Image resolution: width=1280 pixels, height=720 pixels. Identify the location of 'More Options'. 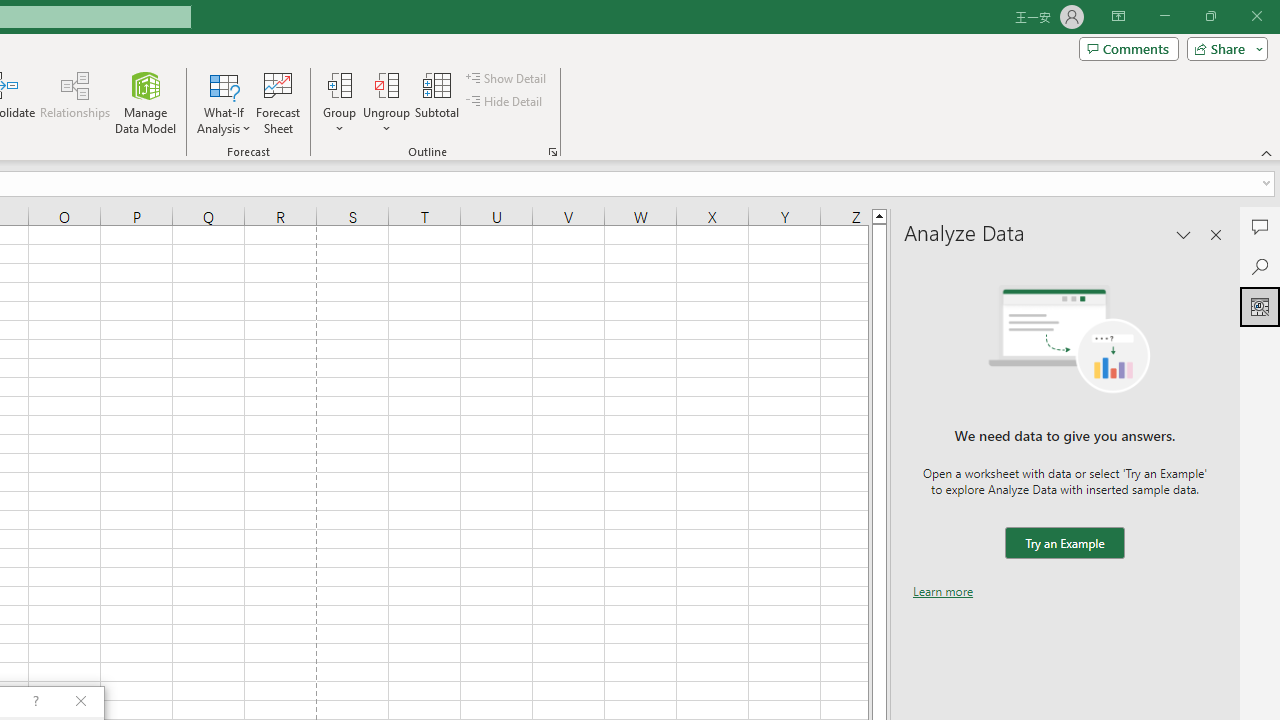
(387, 121).